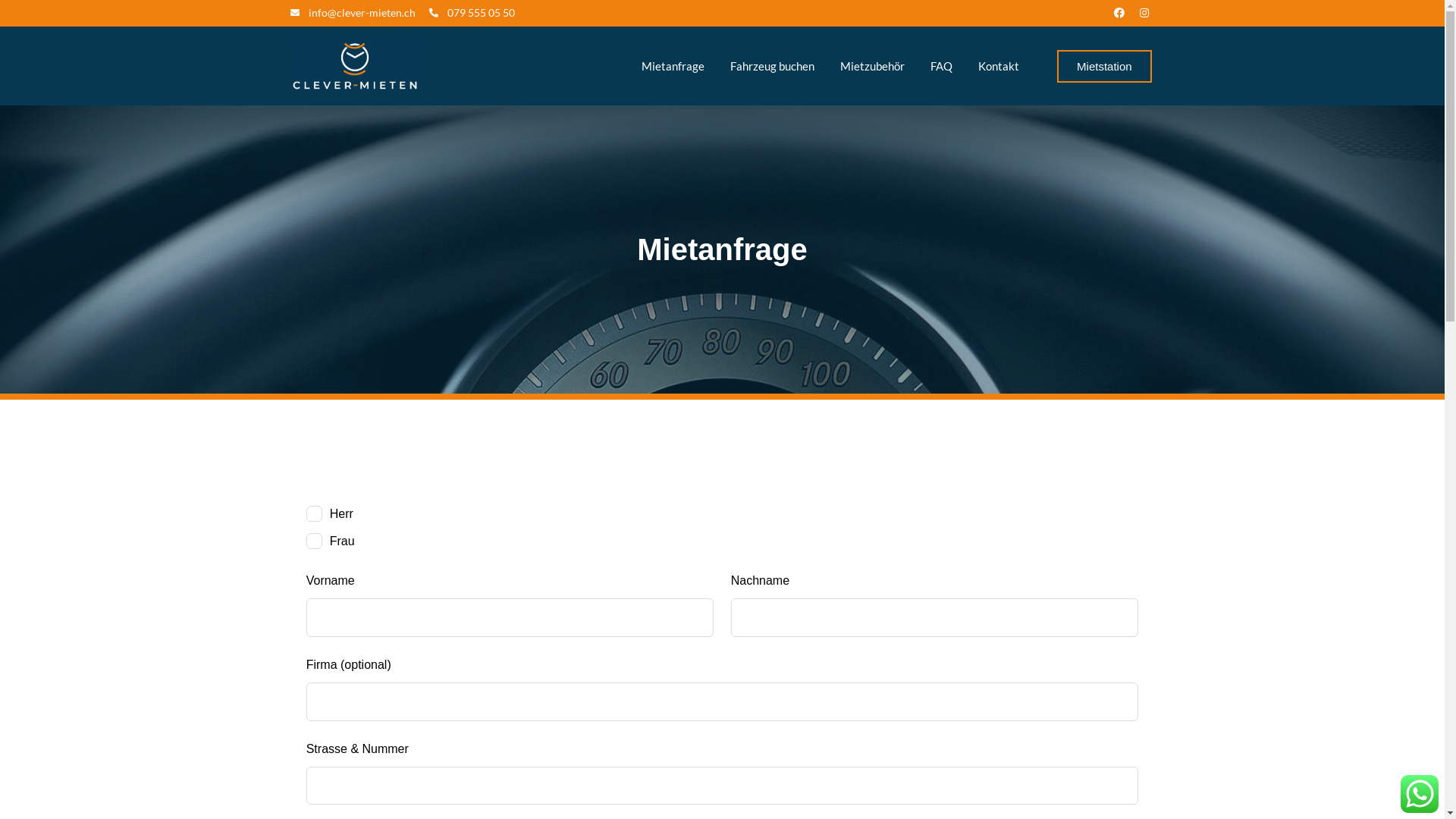 This screenshot has height=819, width=1456. What do you see at coordinates (471, 12) in the screenshot?
I see `'079 555 05 50'` at bounding box center [471, 12].